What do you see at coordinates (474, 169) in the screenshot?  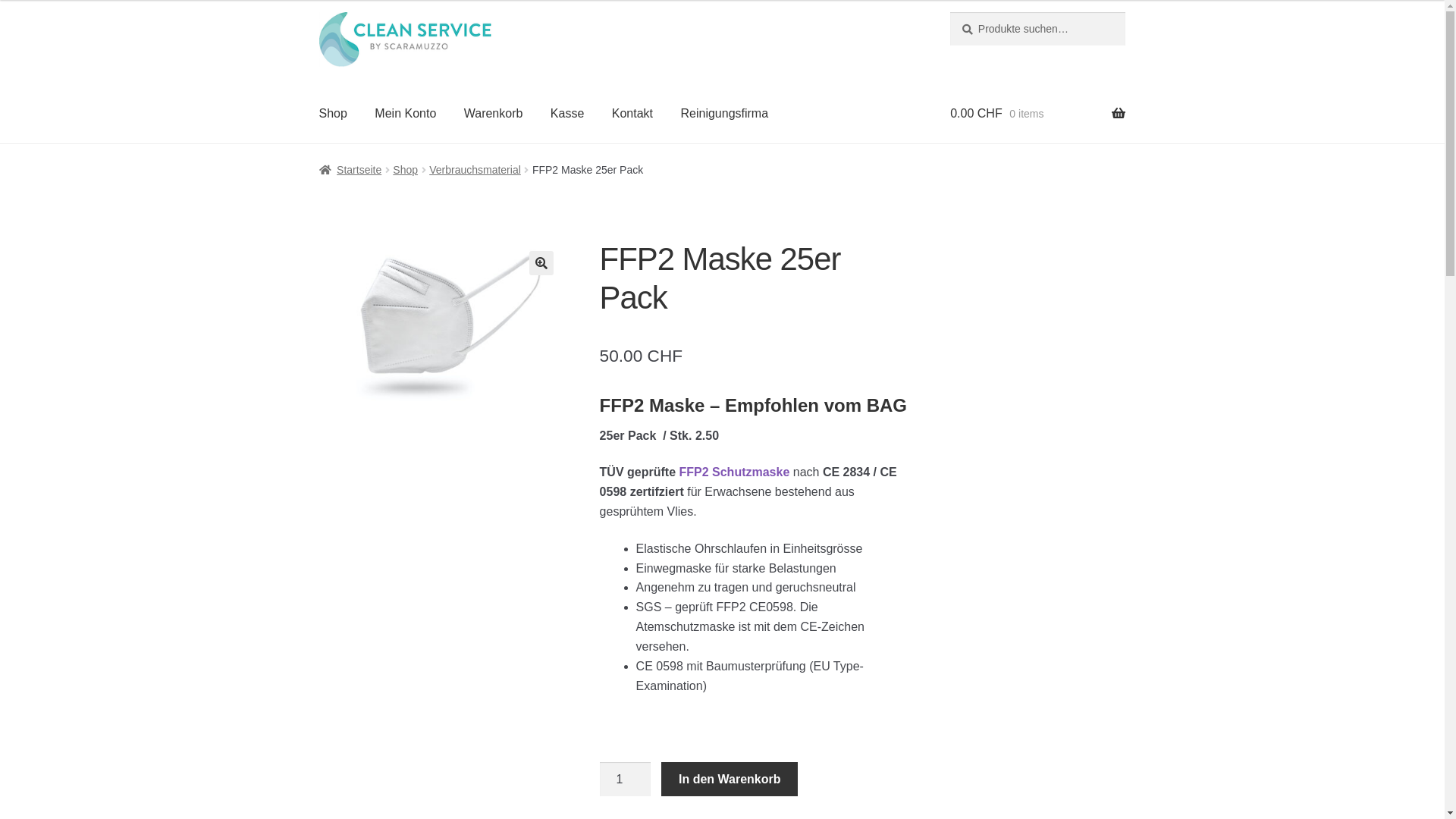 I see `'Verbrauchsmaterial'` at bounding box center [474, 169].